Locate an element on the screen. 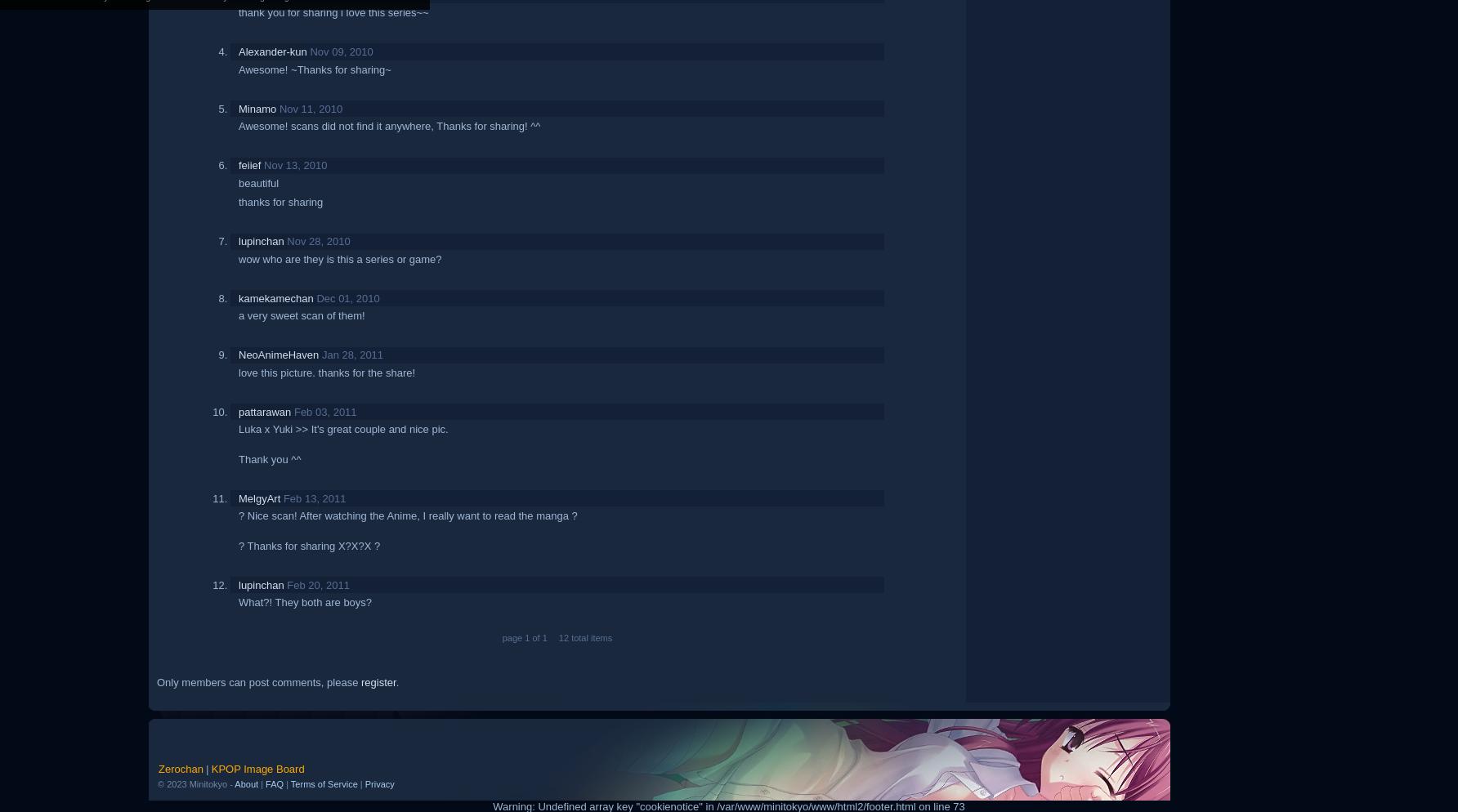 The width and height of the screenshot is (1458, 812). 'Zerochan' is located at coordinates (157, 769).